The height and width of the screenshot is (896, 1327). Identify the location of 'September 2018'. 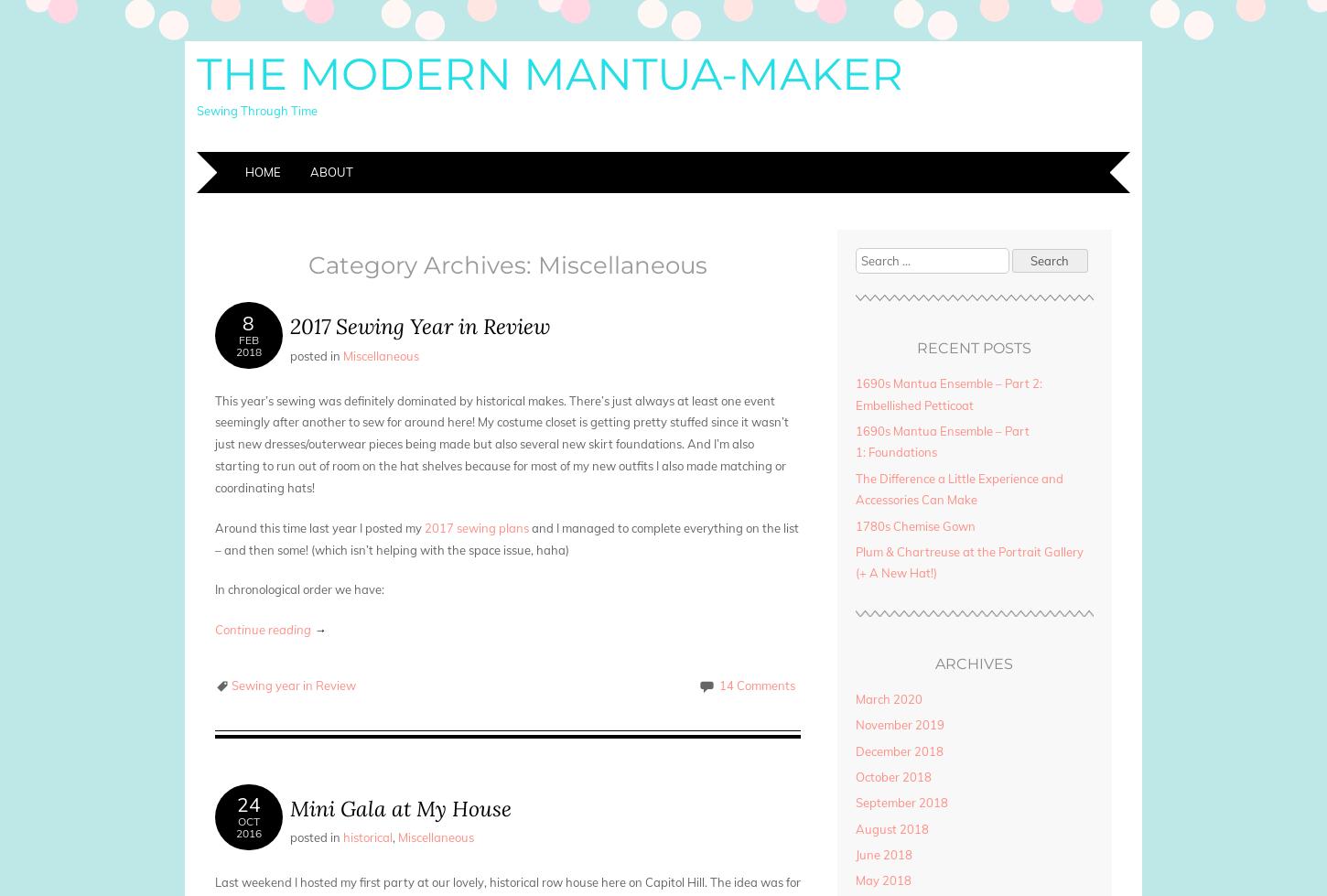
(901, 801).